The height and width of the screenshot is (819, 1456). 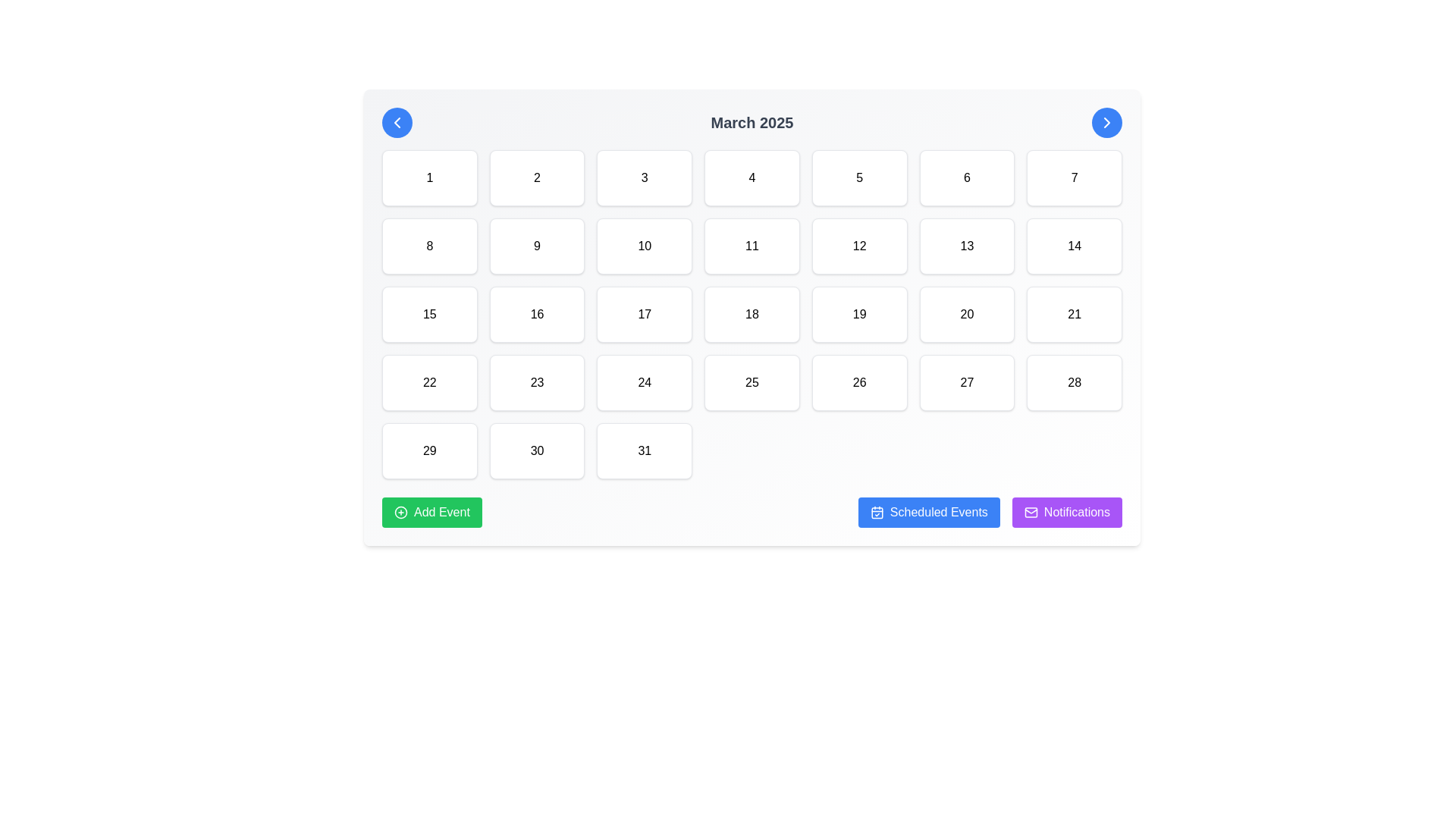 I want to click on the purple mail icon that is part of the 'Notifications' button located at the bottom-right corner of the interface, so click(x=1031, y=512).